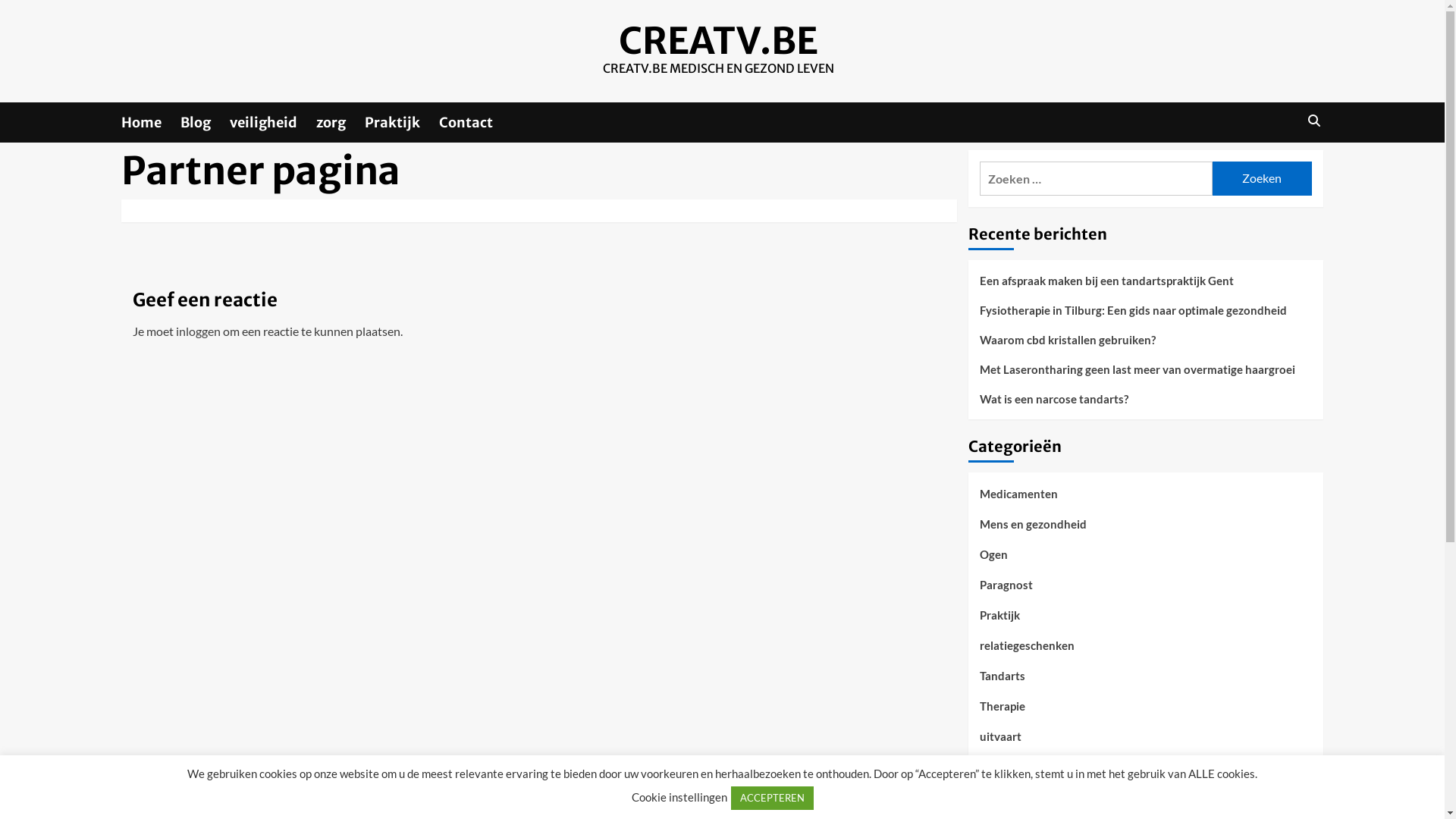 The height and width of the screenshot is (819, 1456). I want to click on 'veiligheid', so click(273, 121).